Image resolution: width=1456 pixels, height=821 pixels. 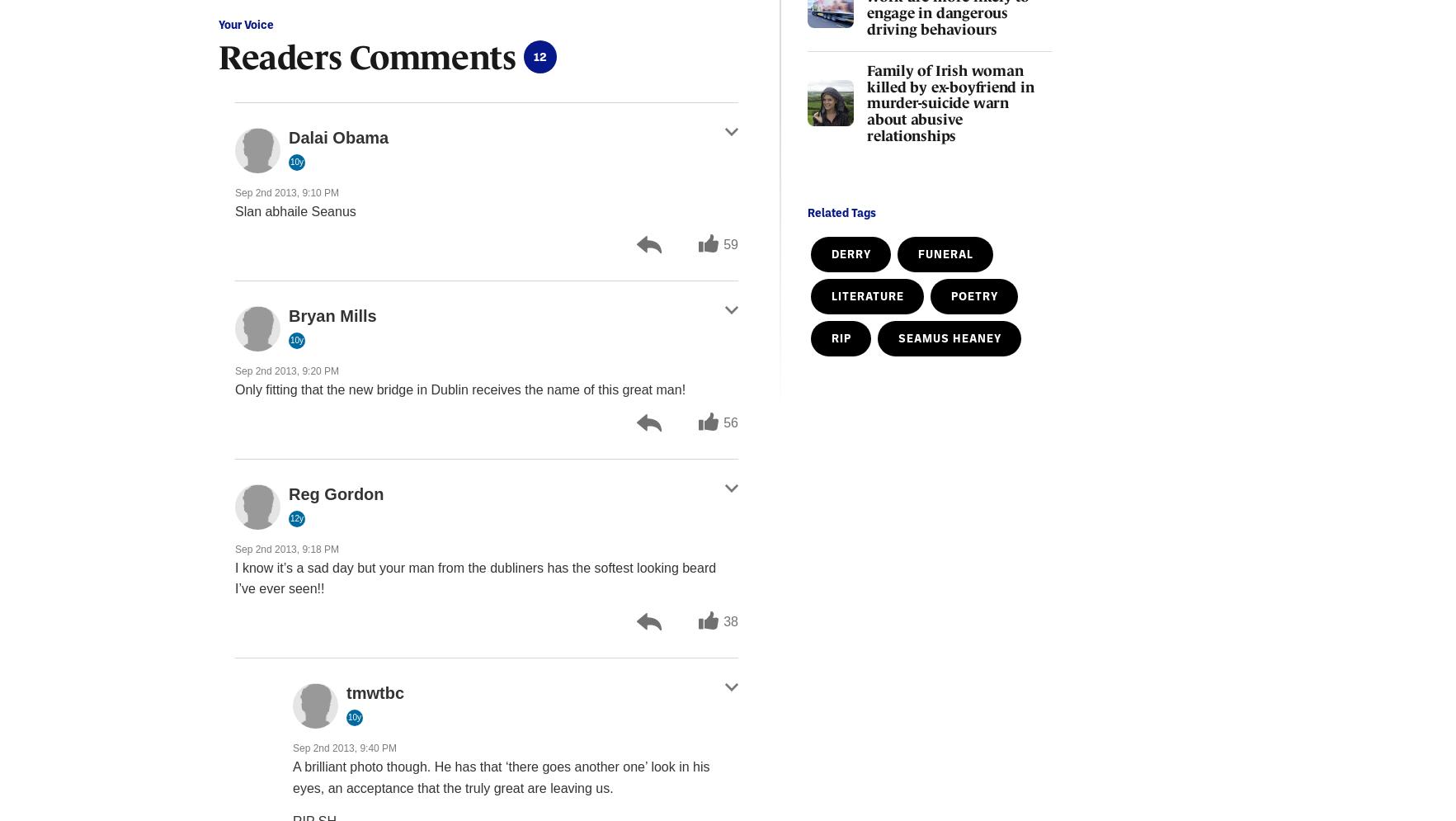 I want to click on 'Readers Comments', so click(x=365, y=54).